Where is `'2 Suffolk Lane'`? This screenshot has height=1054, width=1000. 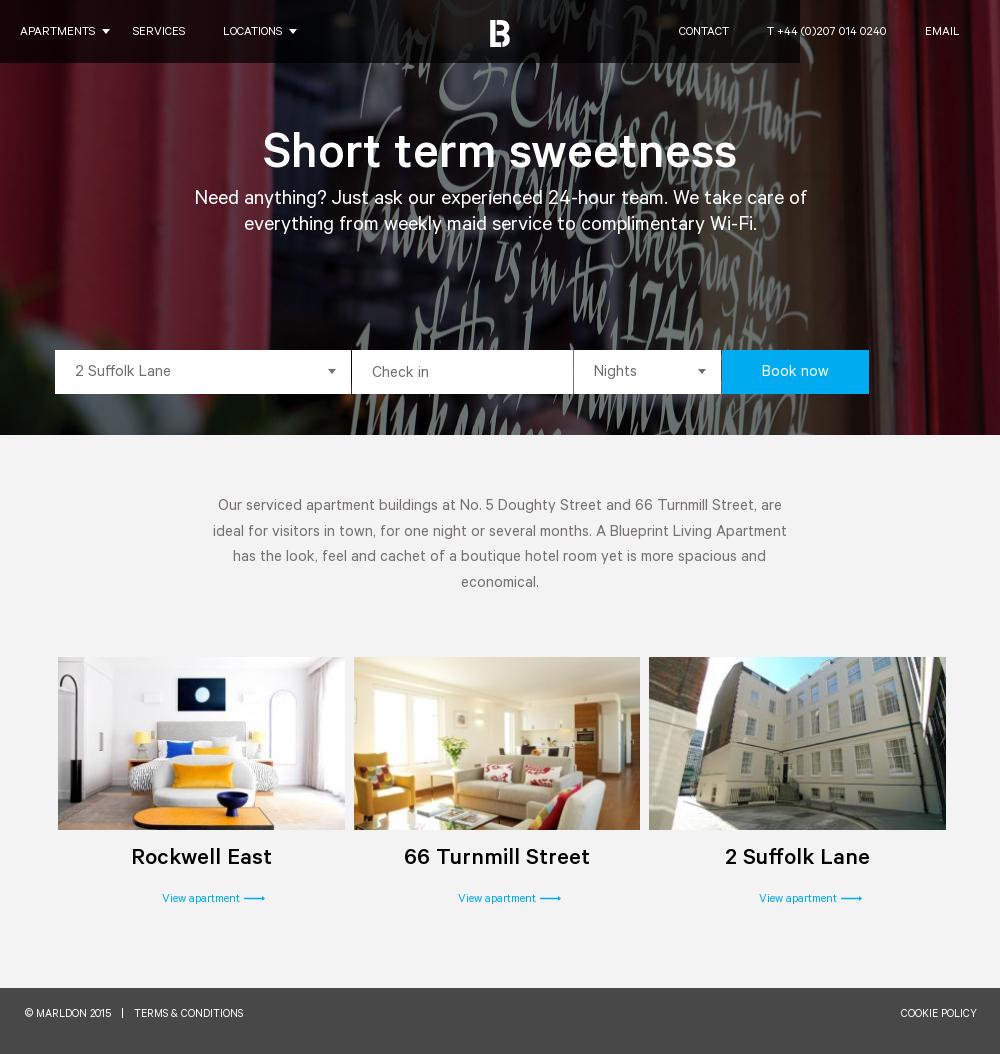 '2 Suffolk Lane' is located at coordinates (797, 860).